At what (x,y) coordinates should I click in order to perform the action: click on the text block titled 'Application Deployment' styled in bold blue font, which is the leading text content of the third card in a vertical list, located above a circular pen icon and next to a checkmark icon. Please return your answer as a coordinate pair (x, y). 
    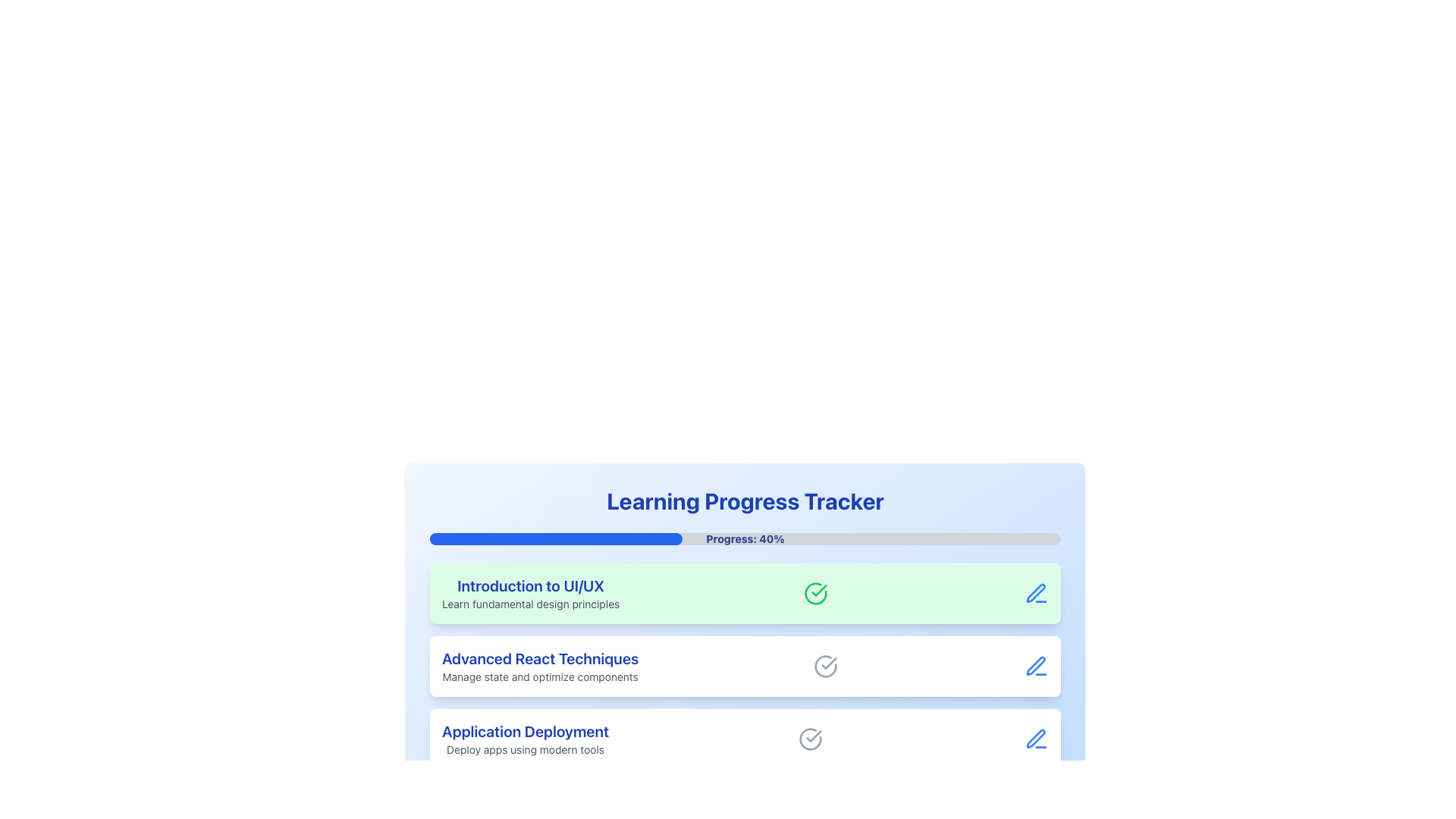
    Looking at the image, I should click on (526, 739).